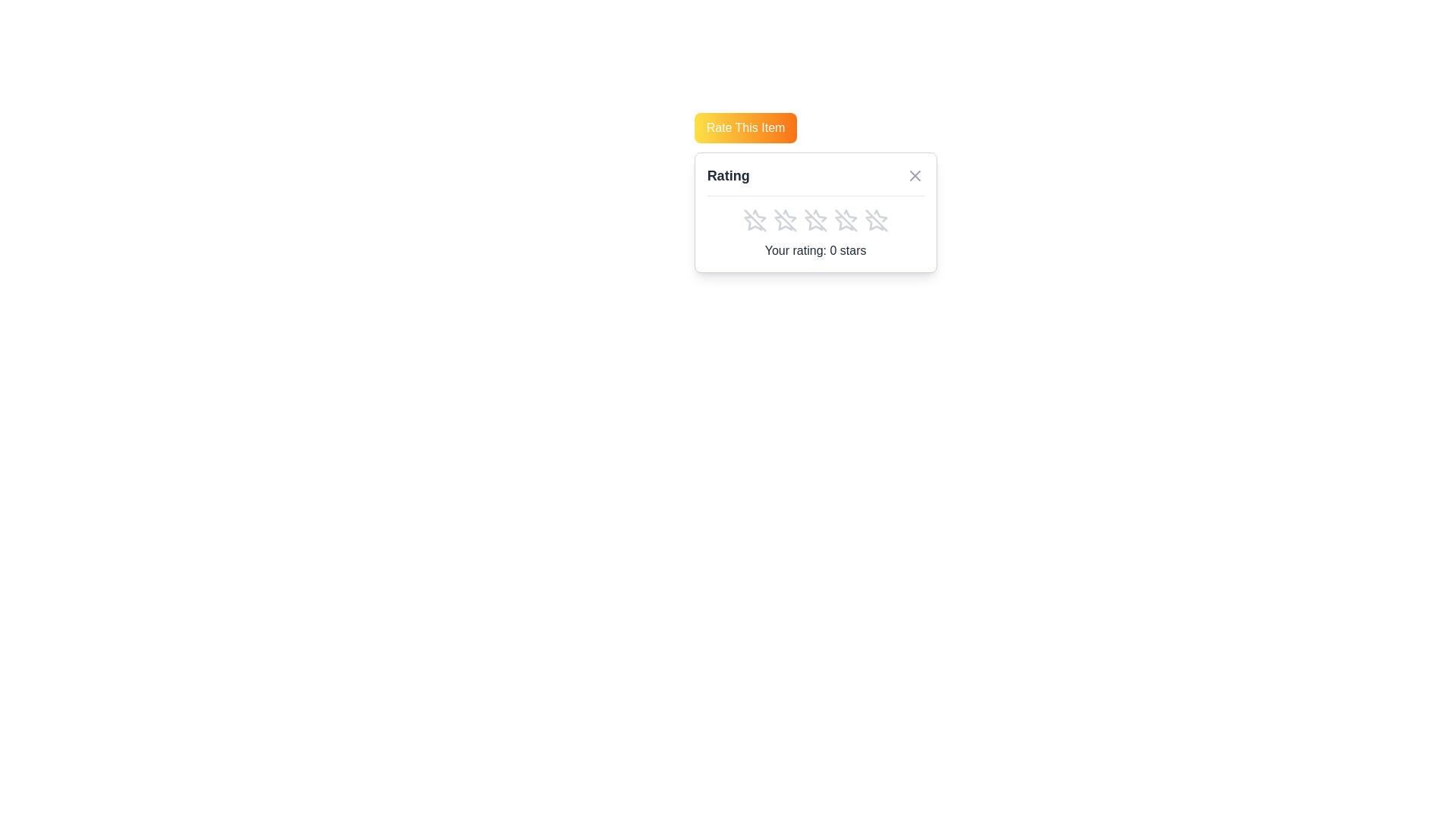 The width and height of the screenshot is (1456, 819). I want to click on the first star icon in the rating widget, so click(755, 220).